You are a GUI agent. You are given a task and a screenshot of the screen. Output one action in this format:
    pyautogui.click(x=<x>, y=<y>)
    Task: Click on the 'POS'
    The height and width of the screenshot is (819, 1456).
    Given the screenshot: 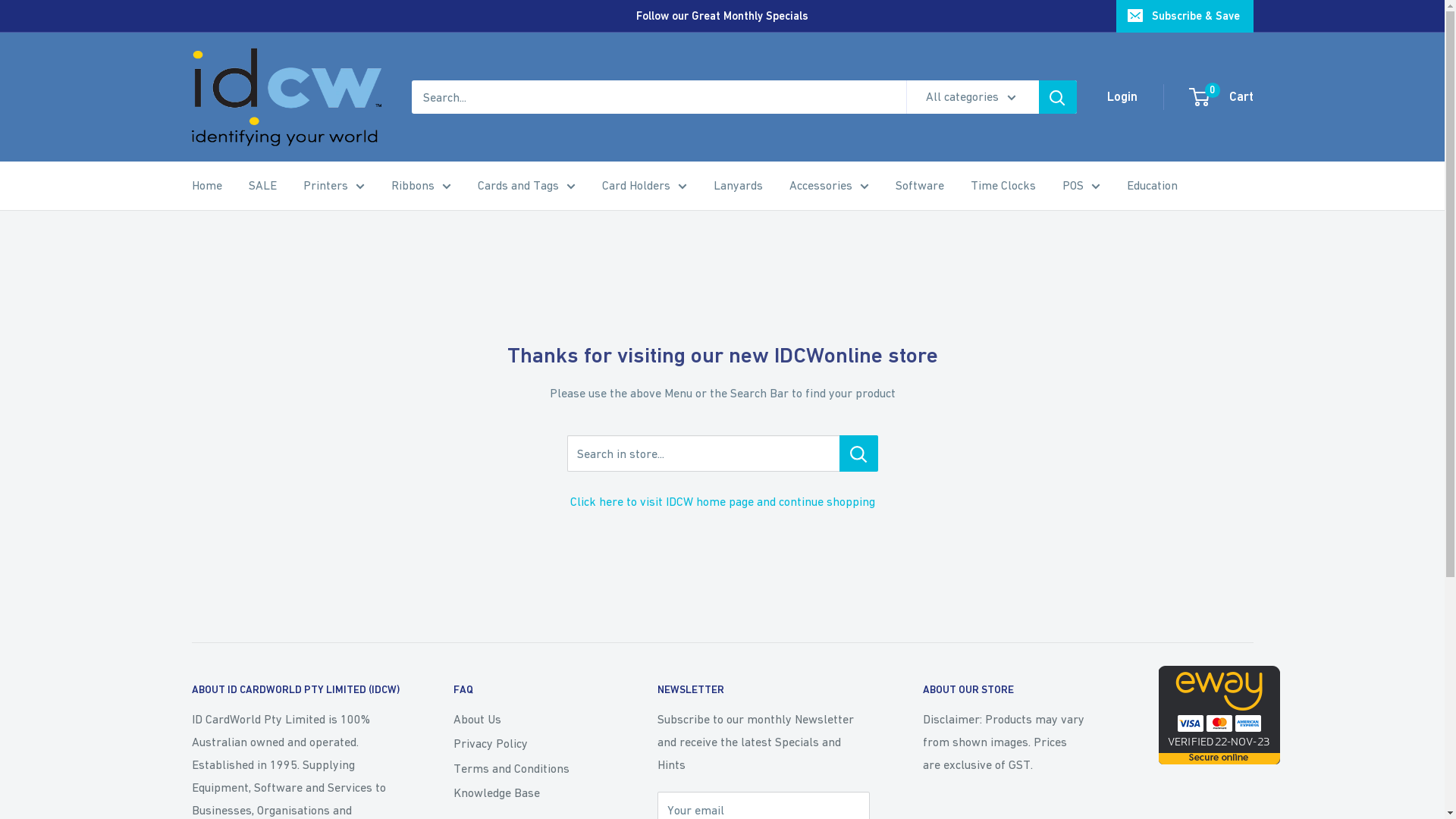 What is the action you would take?
    pyautogui.click(x=1080, y=185)
    